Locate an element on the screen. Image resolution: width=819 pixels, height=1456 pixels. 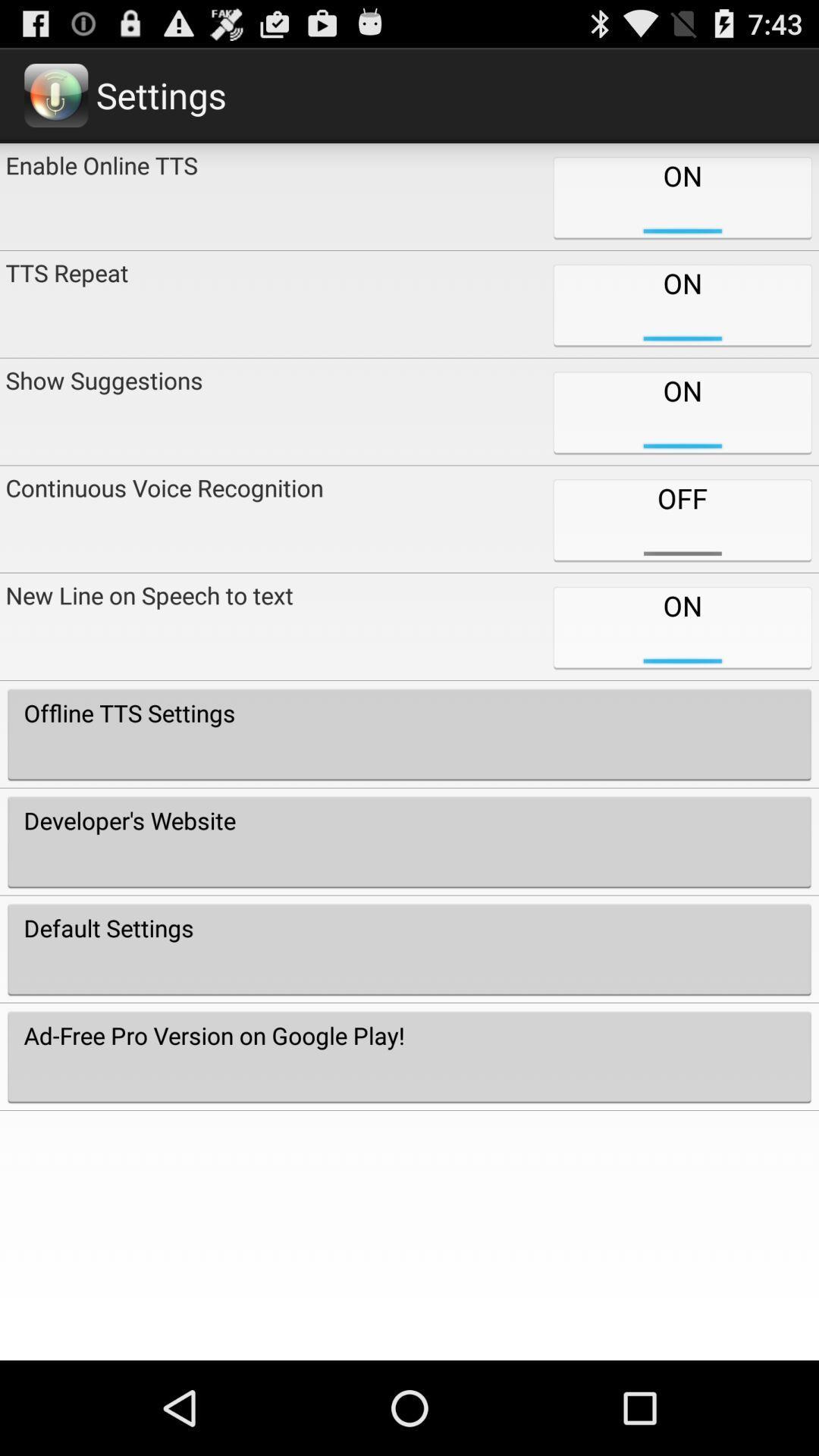
button below the offline tts settings item is located at coordinates (409, 841).